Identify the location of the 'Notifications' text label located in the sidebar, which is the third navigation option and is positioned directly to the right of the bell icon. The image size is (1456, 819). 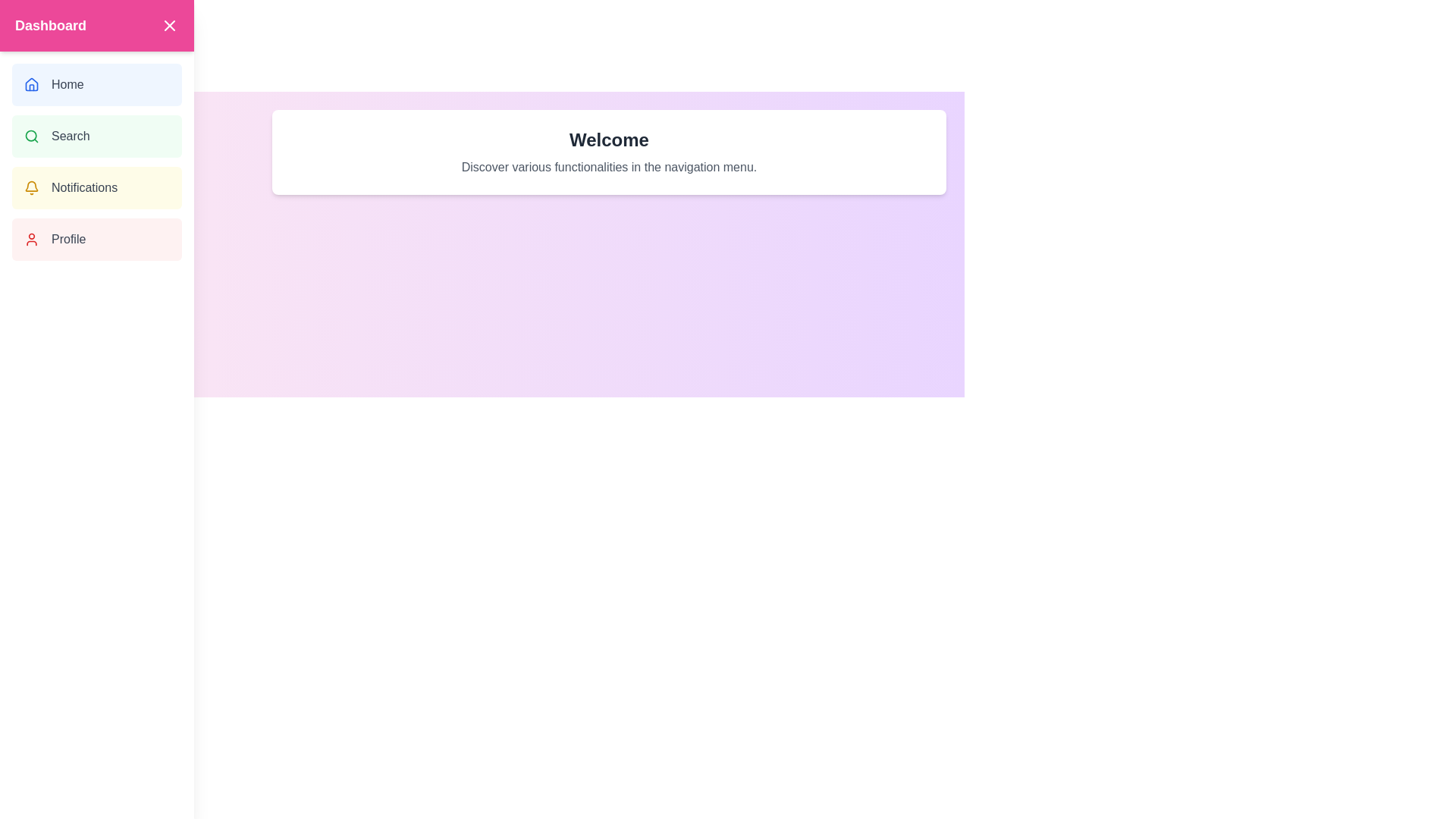
(83, 187).